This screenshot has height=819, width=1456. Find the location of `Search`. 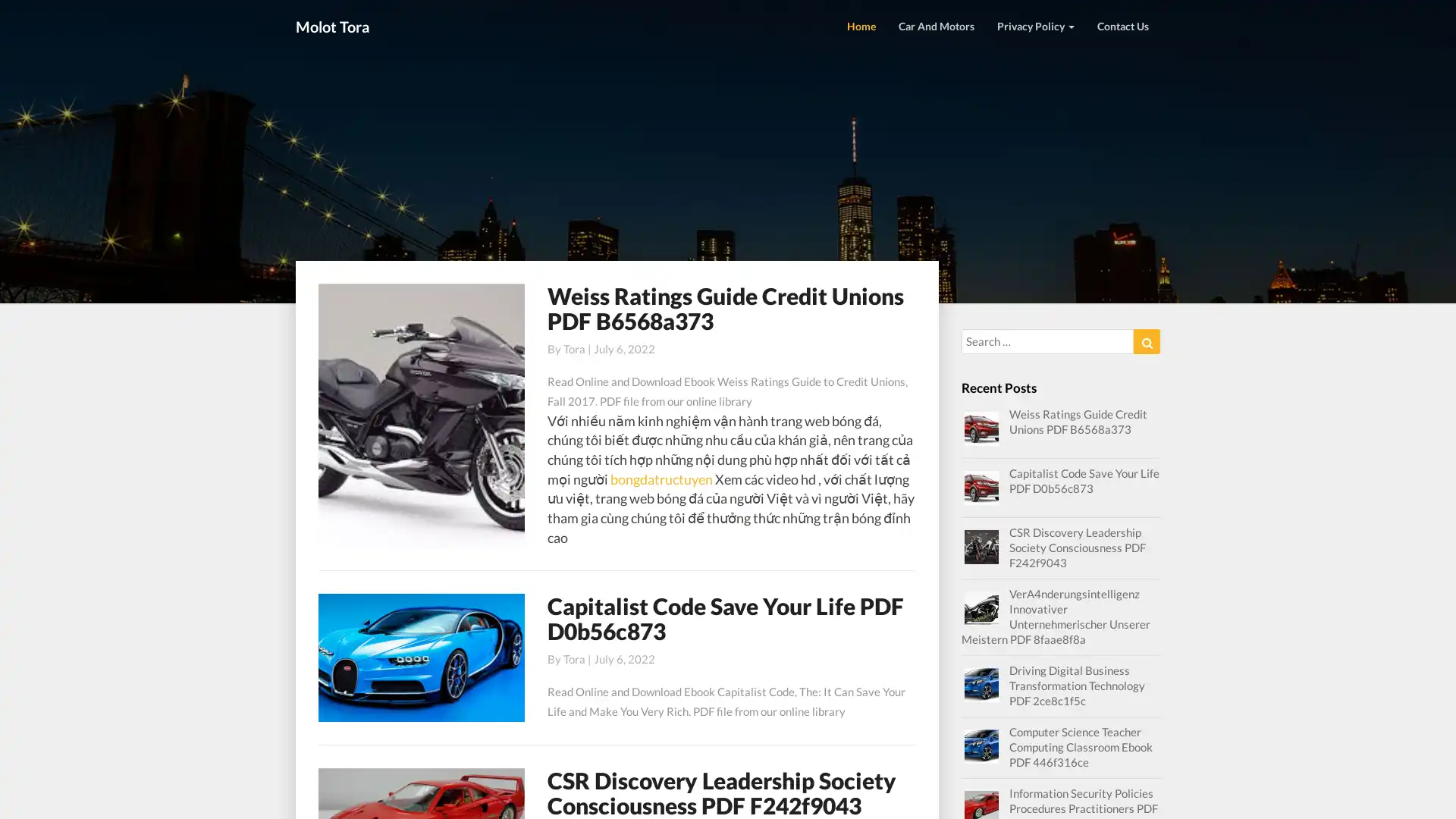

Search is located at coordinates (1147, 341).